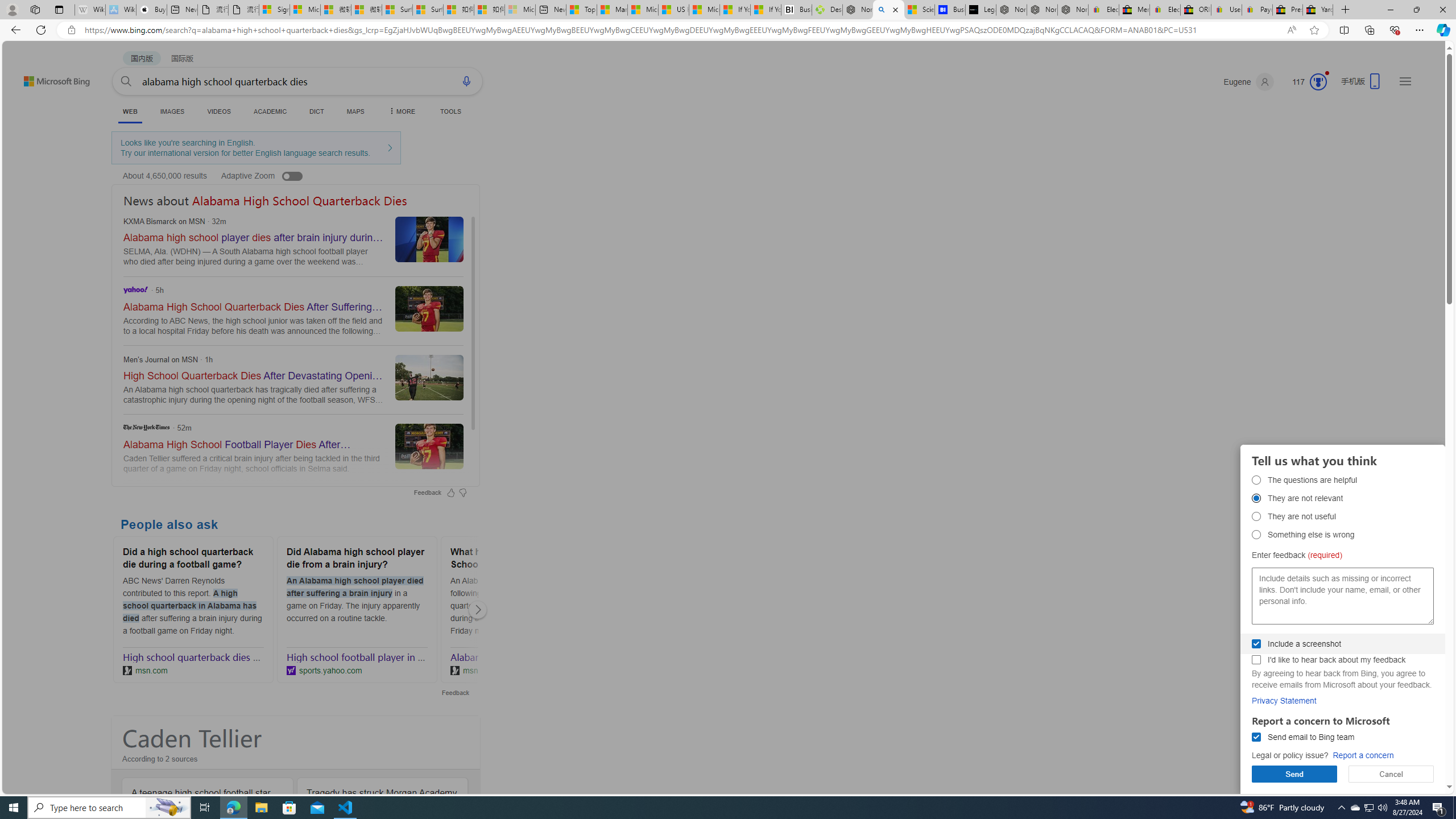  I want to click on 'Microsoft account | Account Checkup - Sleeping', so click(519, 9).